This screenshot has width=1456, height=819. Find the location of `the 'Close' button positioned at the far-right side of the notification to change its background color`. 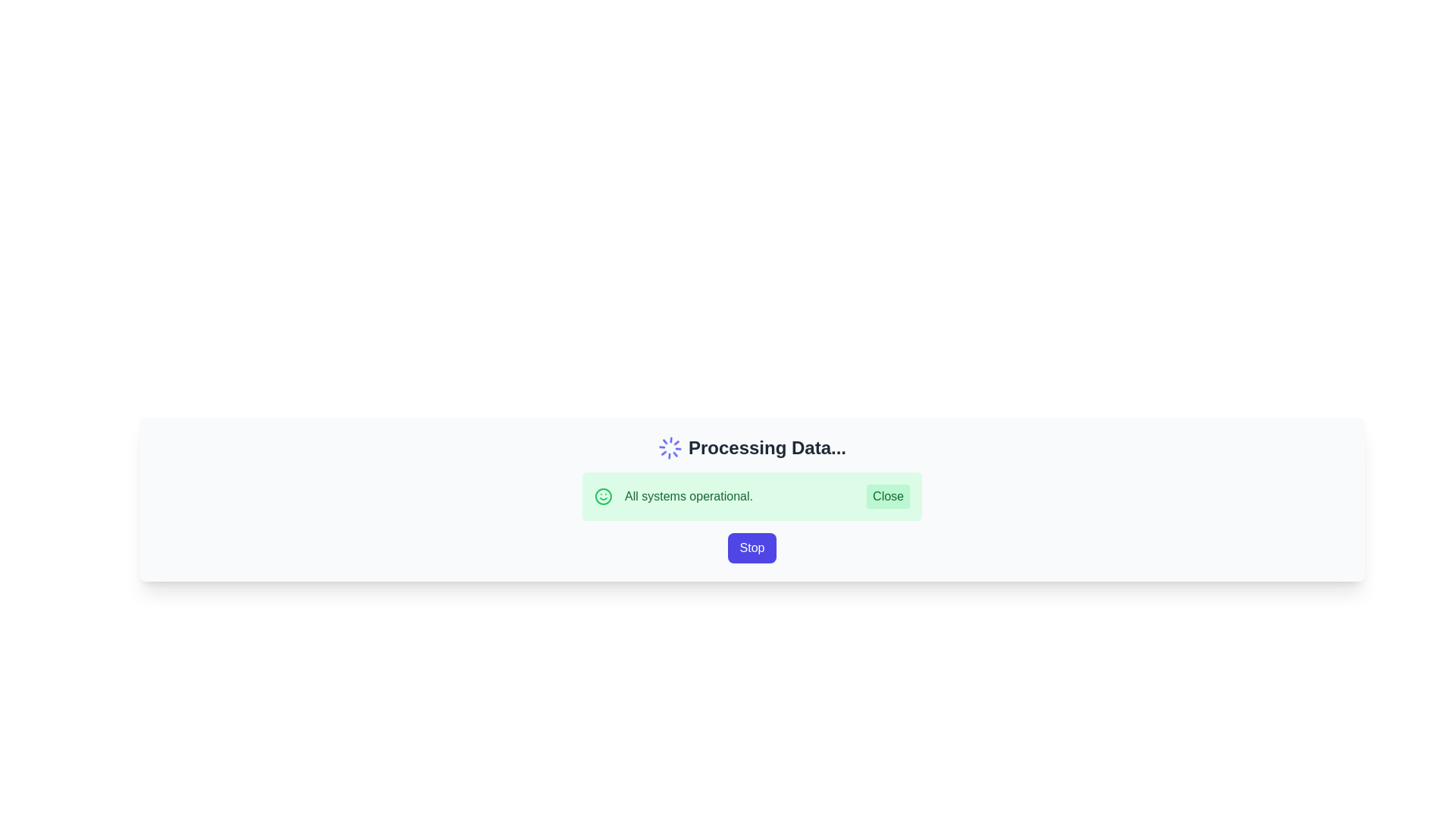

the 'Close' button positioned at the far-right side of the notification to change its background color is located at coordinates (888, 497).